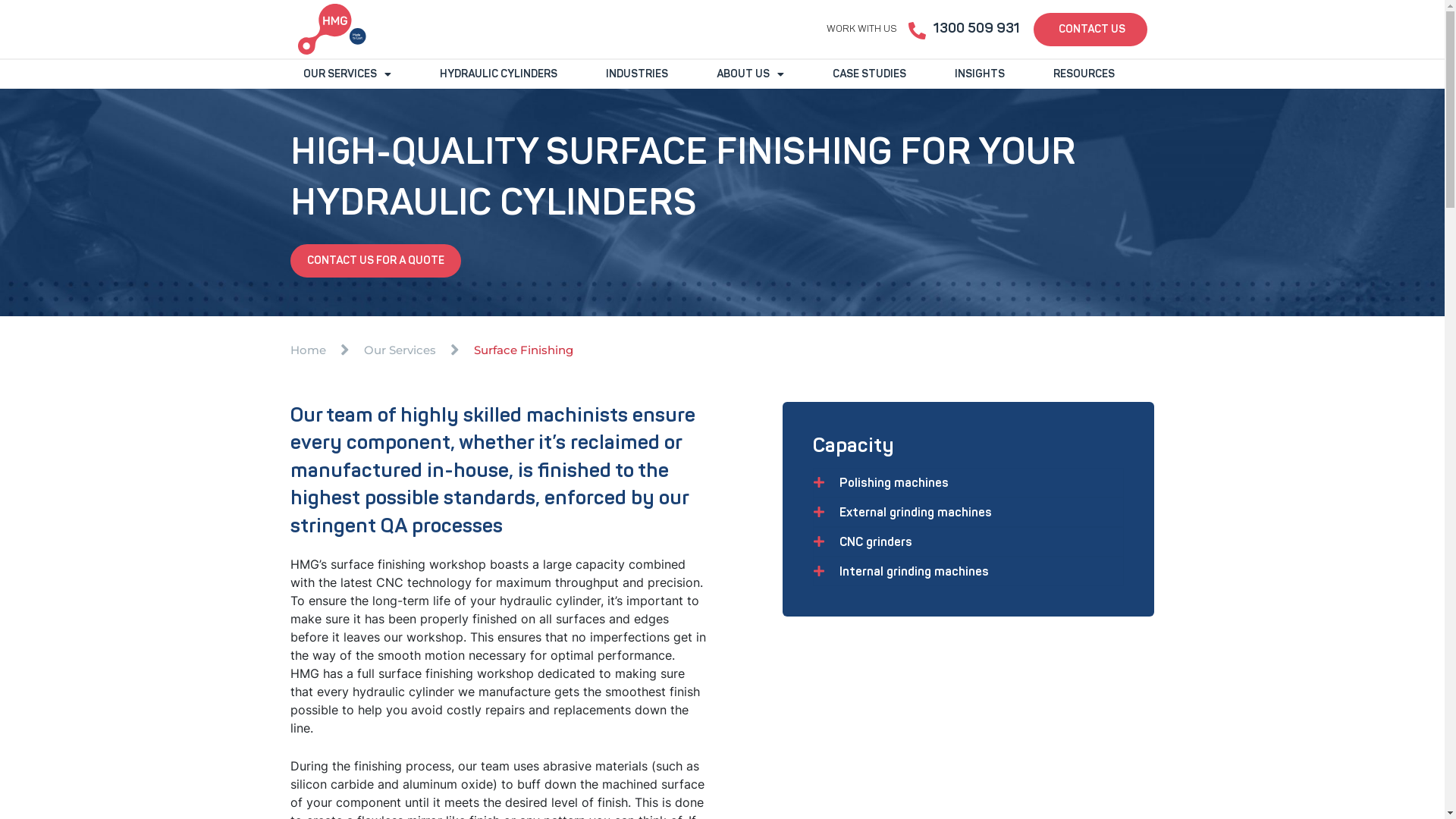  What do you see at coordinates (868, 74) in the screenshot?
I see `'CASE STUDIES'` at bounding box center [868, 74].